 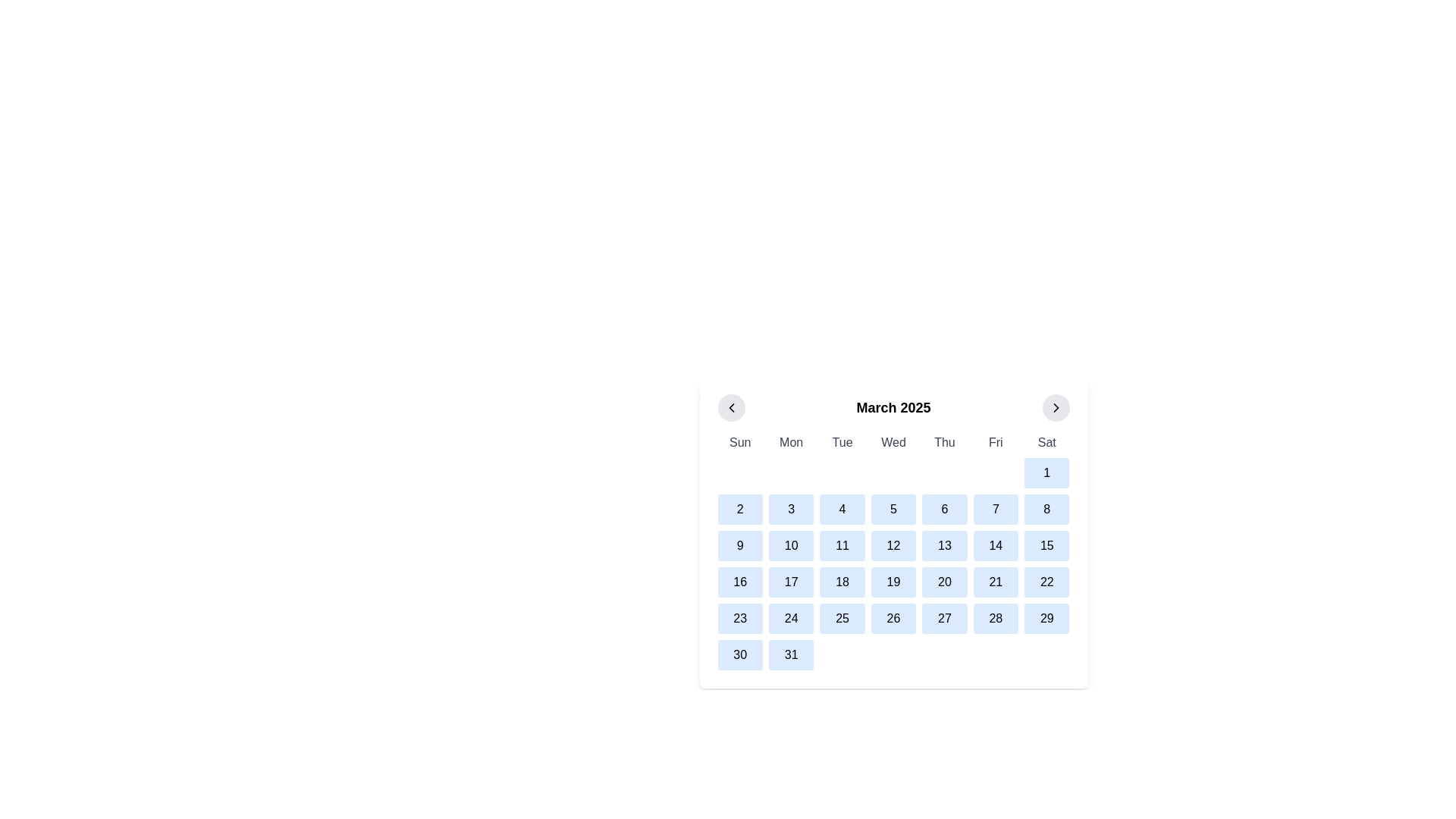 What do you see at coordinates (740, 619) in the screenshot?
I see `the square-shaped tile with a light blue background and the text '23' centrally aligned in black` at bounding box center [740, 619].